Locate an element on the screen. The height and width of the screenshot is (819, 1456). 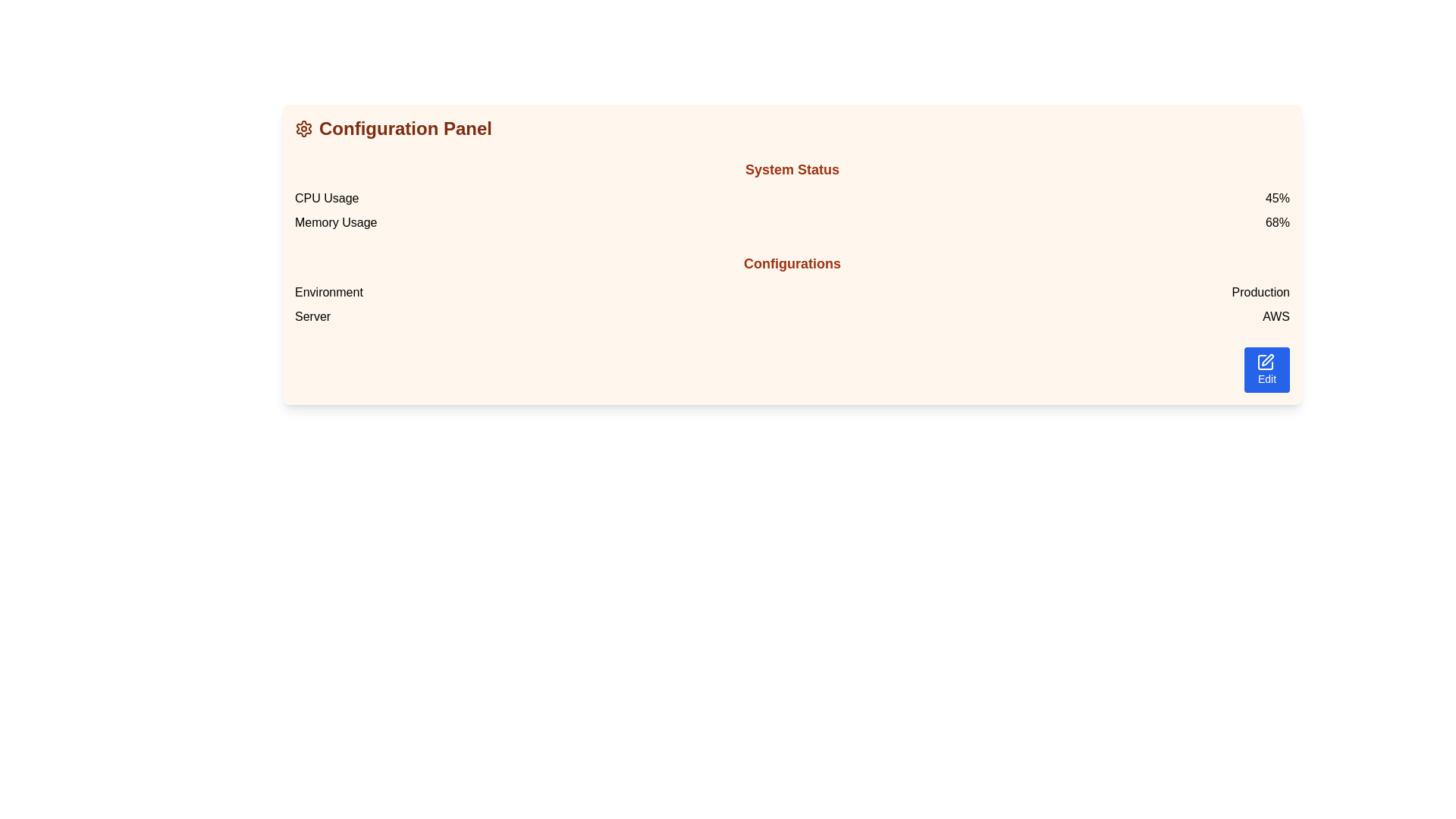
the 'Edit' button, which is a rounded rectangular button with a blue background and white text is located at coordinates (1266, 370).